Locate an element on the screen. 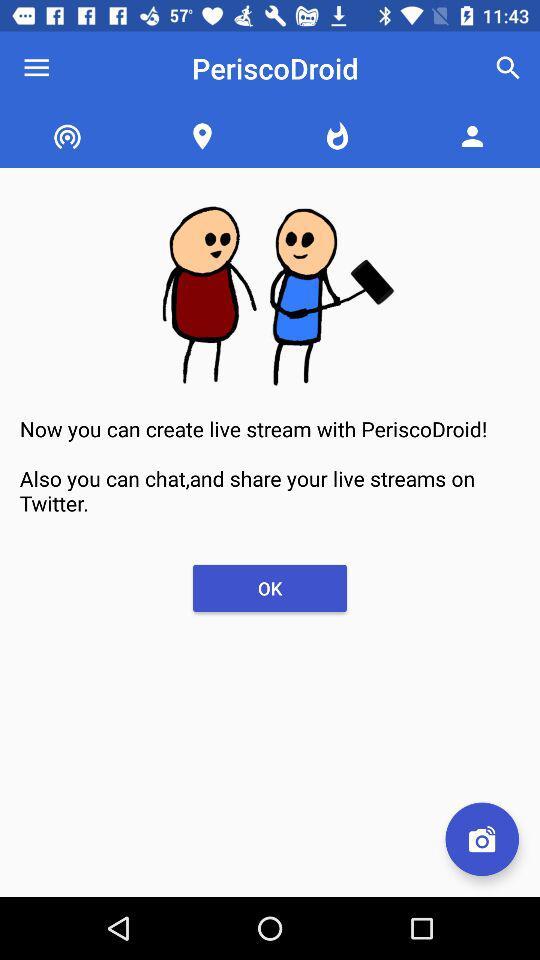 The width and height of the screenshot is (540, 960). the ok is located at coordinates (270, 588).